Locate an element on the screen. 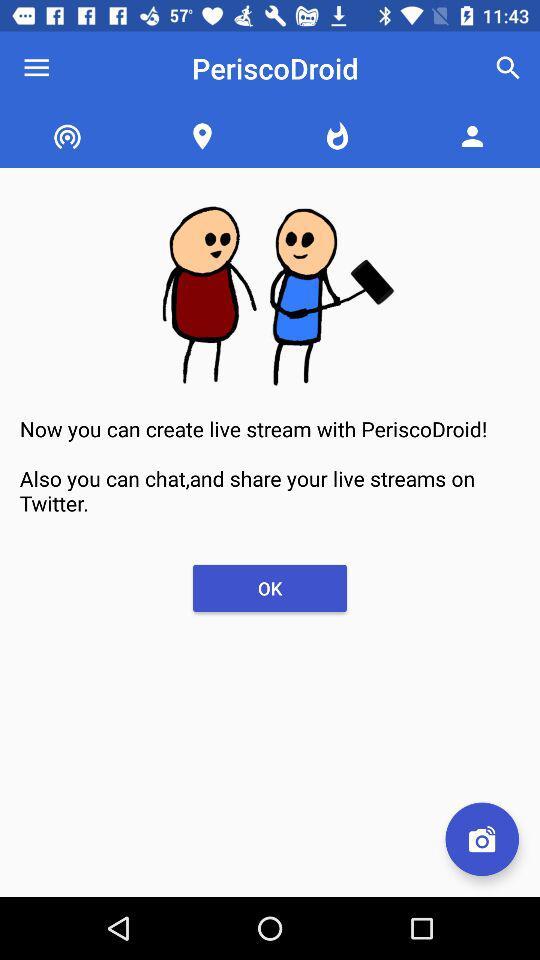 The width and height of the screenshot is (540, 960). the ok is located at coordinates (270, 588).